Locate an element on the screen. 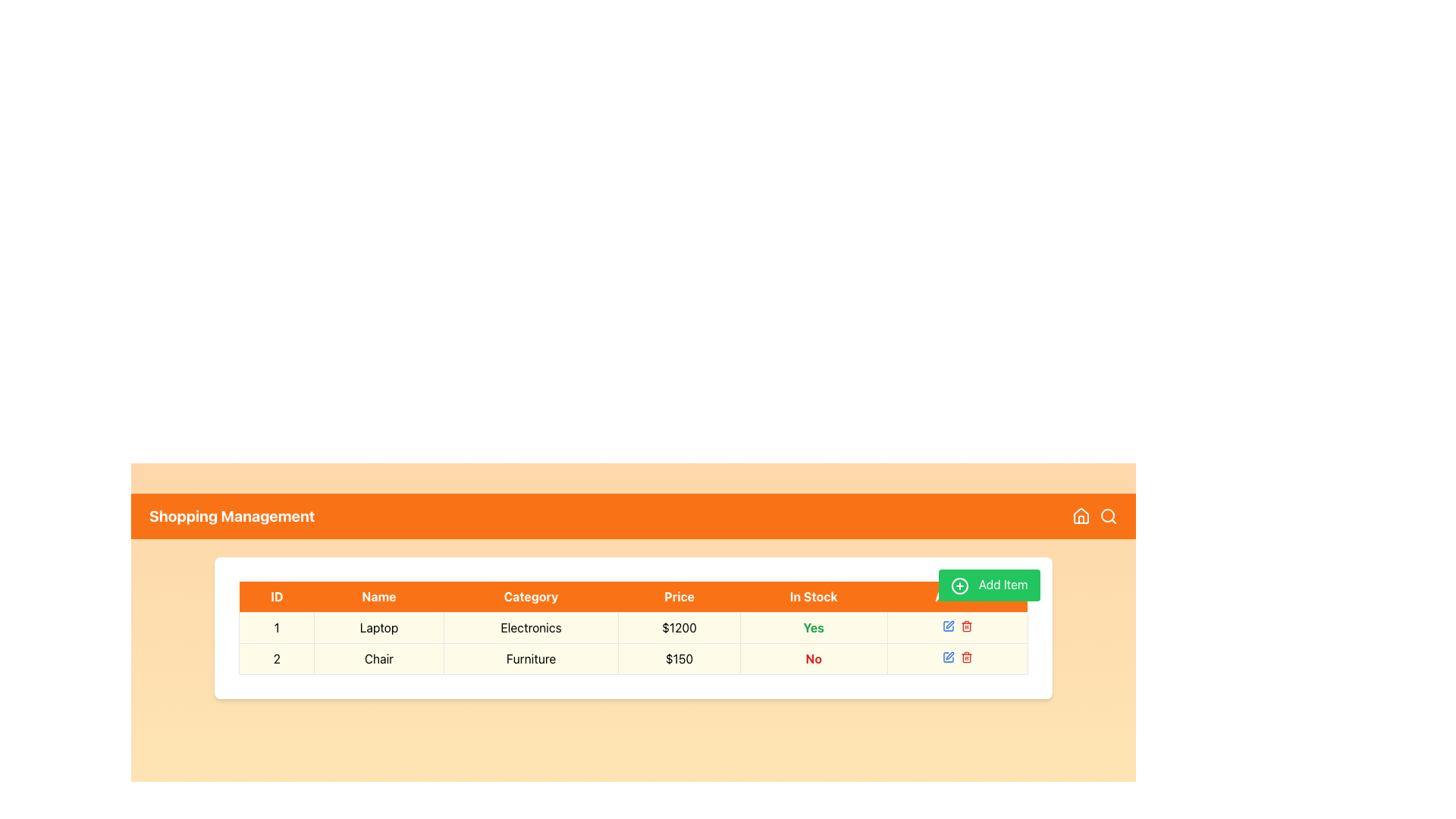 Image resolution: width=1456 pixels, height=819 pixels. the 'Actions' text label, which is the last column header in the table, styled in white on an orange strip is located at coordinates (956, 596).